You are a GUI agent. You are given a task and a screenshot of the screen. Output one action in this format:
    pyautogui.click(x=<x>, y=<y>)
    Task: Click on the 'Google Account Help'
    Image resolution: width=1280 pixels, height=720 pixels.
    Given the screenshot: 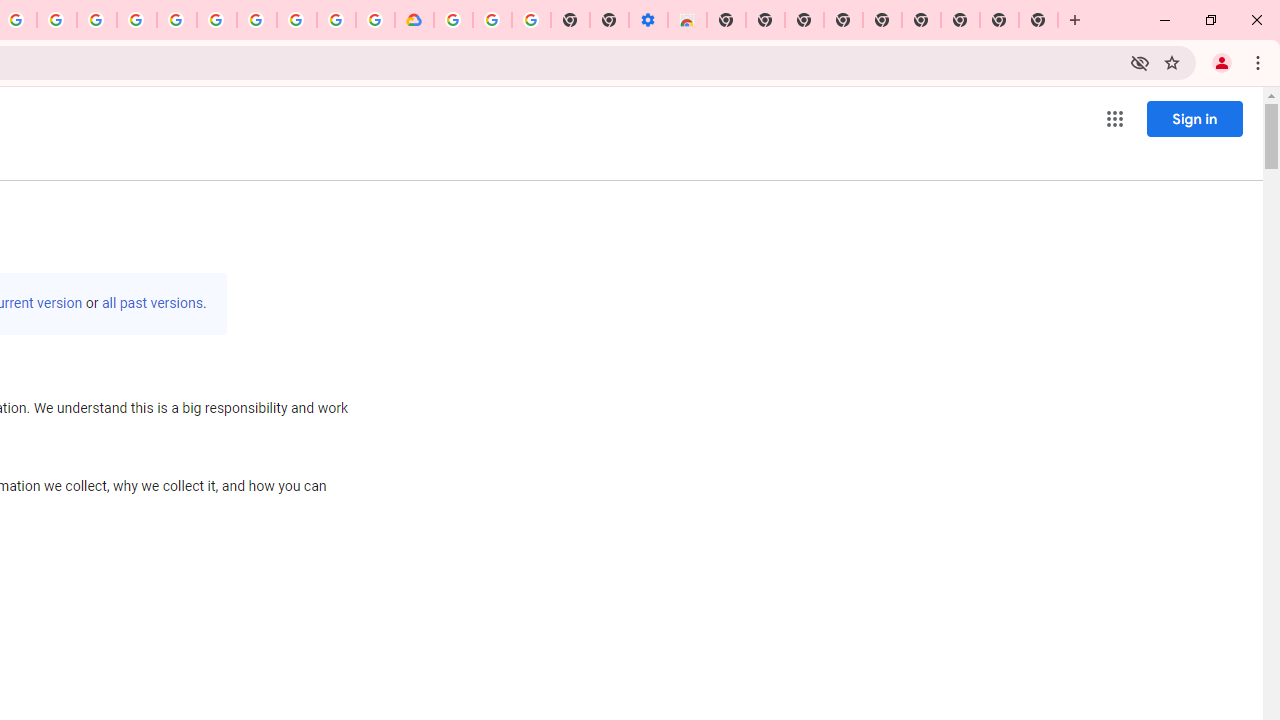 What is the action you would take?
    pyautogui.click(x=492, y=20)
    